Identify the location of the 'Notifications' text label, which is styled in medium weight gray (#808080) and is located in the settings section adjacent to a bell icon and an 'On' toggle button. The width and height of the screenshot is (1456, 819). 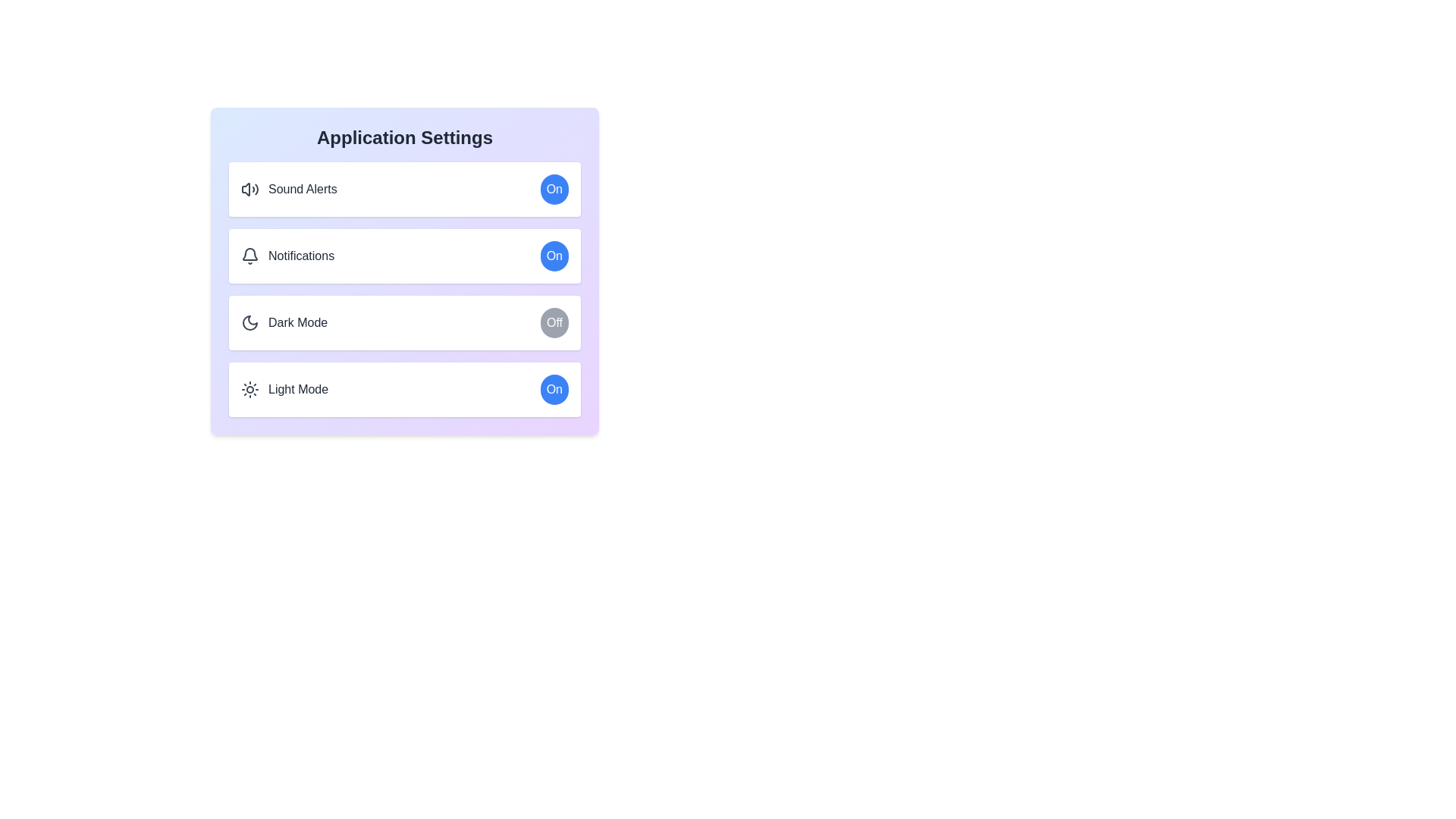
(301, 256).